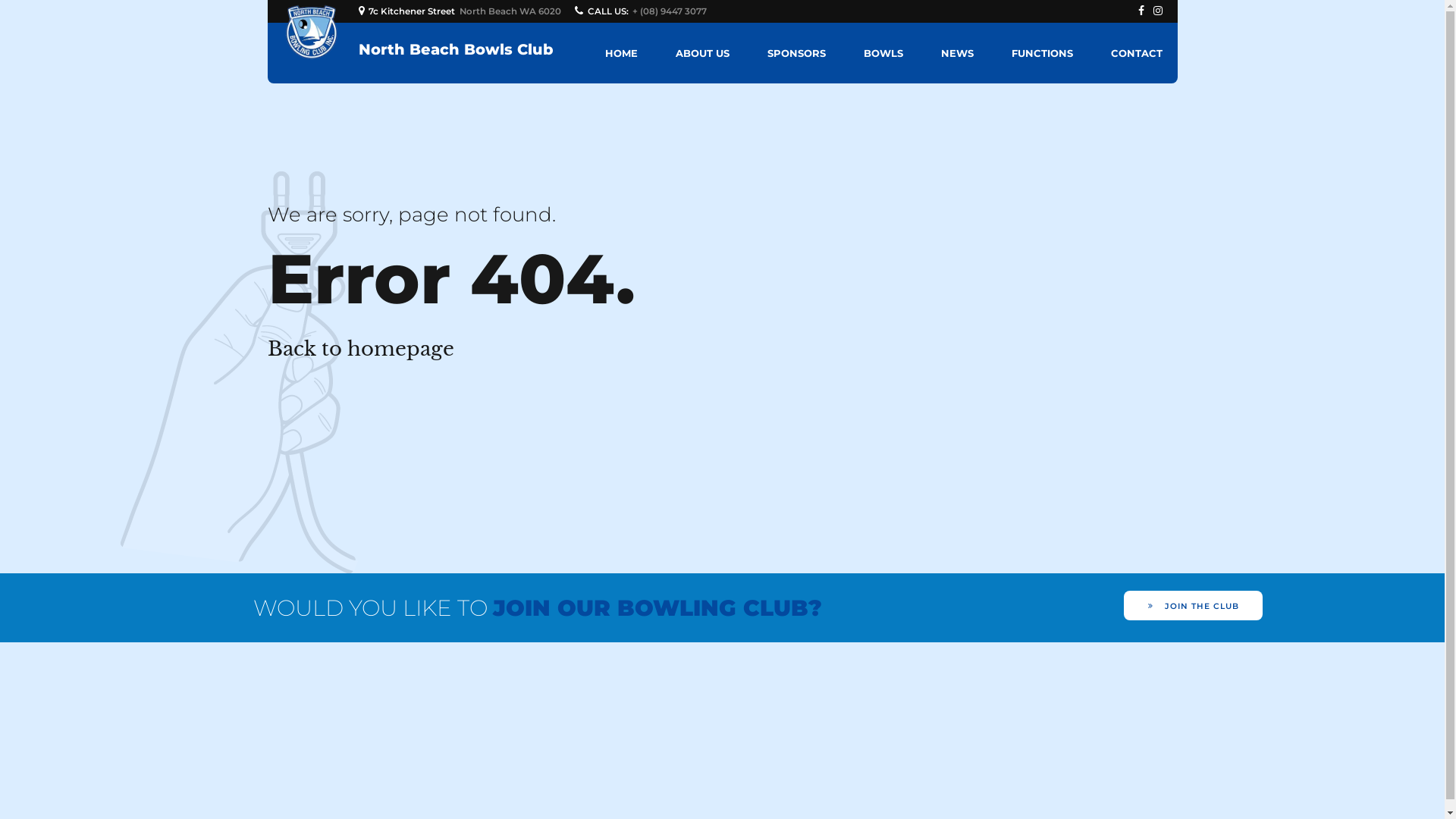 The width and height of the screenshot is (1456, 819). Describe the element at coordinates (359, 348) in the screenshot. I see `'Back to homepage'` at that location.